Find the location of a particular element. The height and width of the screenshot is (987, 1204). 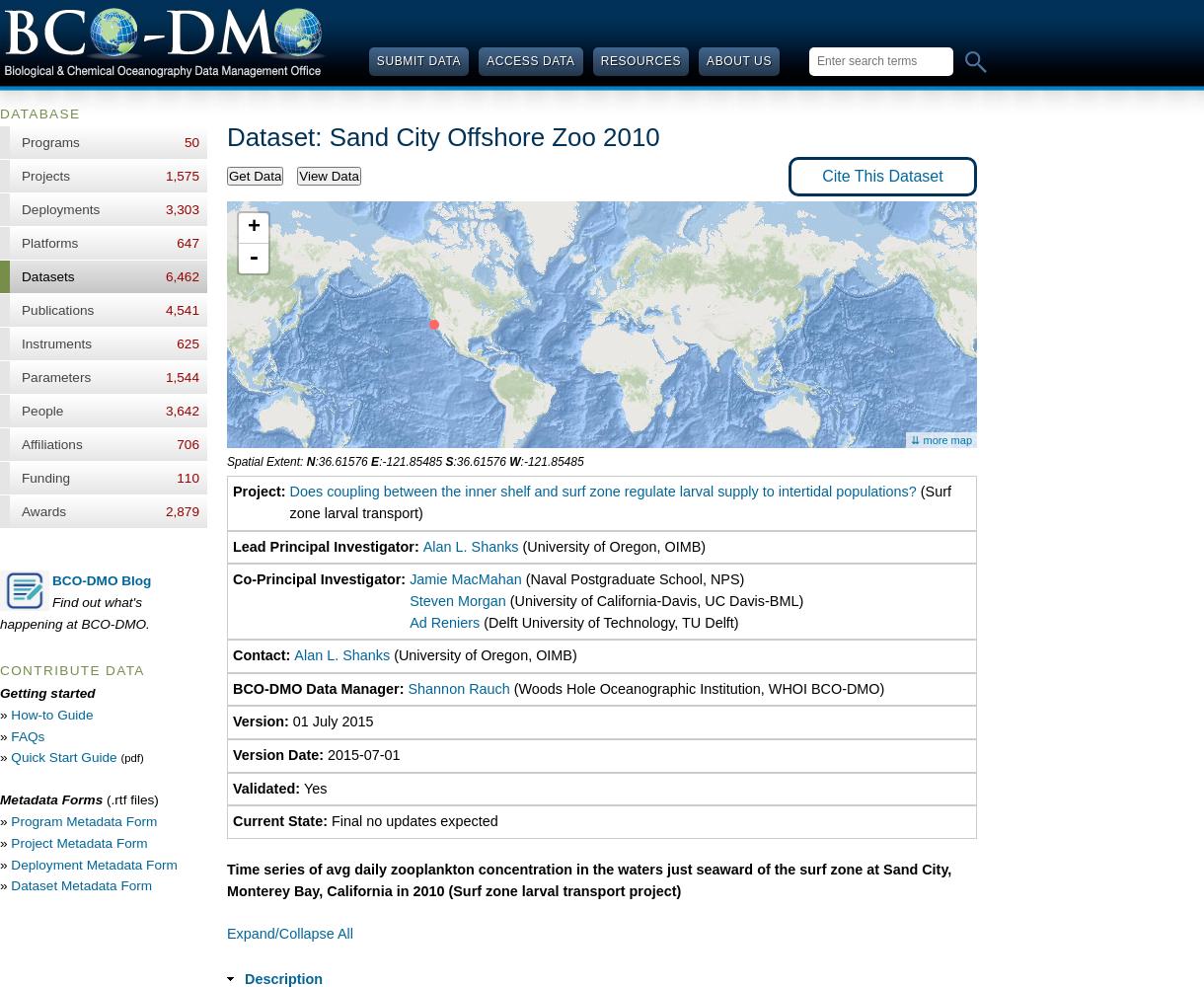

'Yes' is located at coordinates (315, 788).